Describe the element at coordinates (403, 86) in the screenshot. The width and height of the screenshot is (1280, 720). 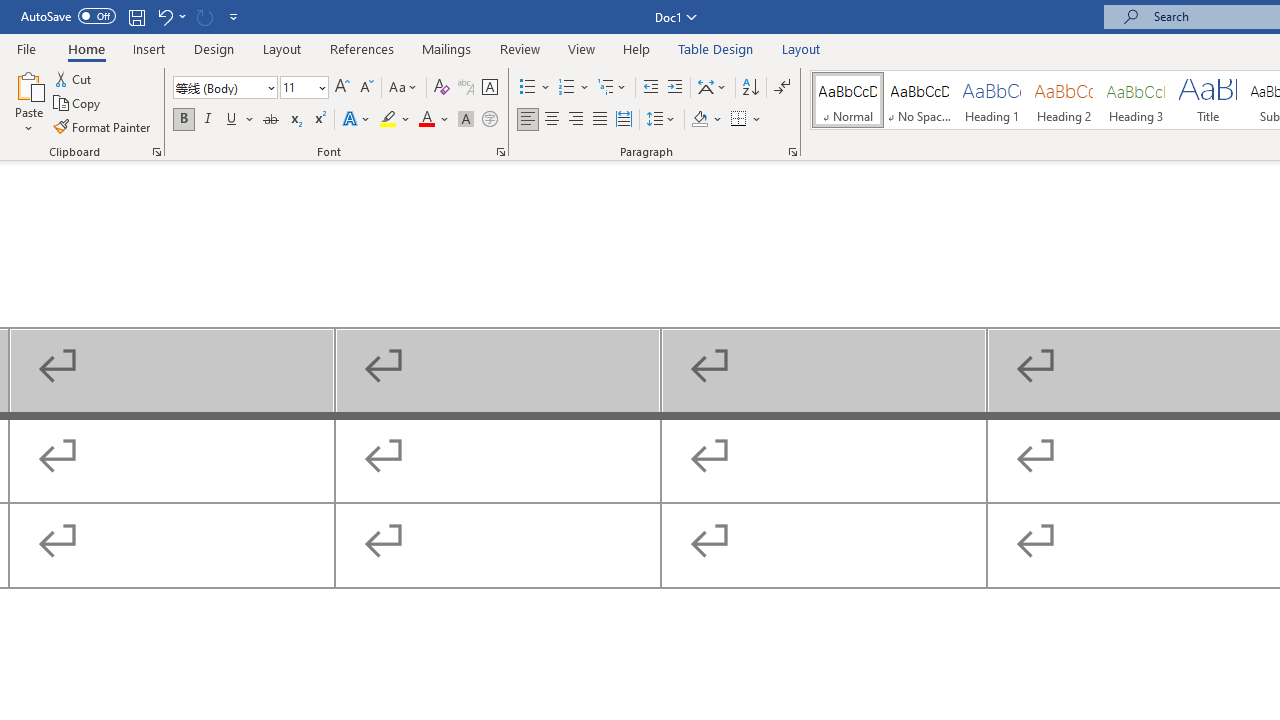
I see `'Change Case'` at that location.